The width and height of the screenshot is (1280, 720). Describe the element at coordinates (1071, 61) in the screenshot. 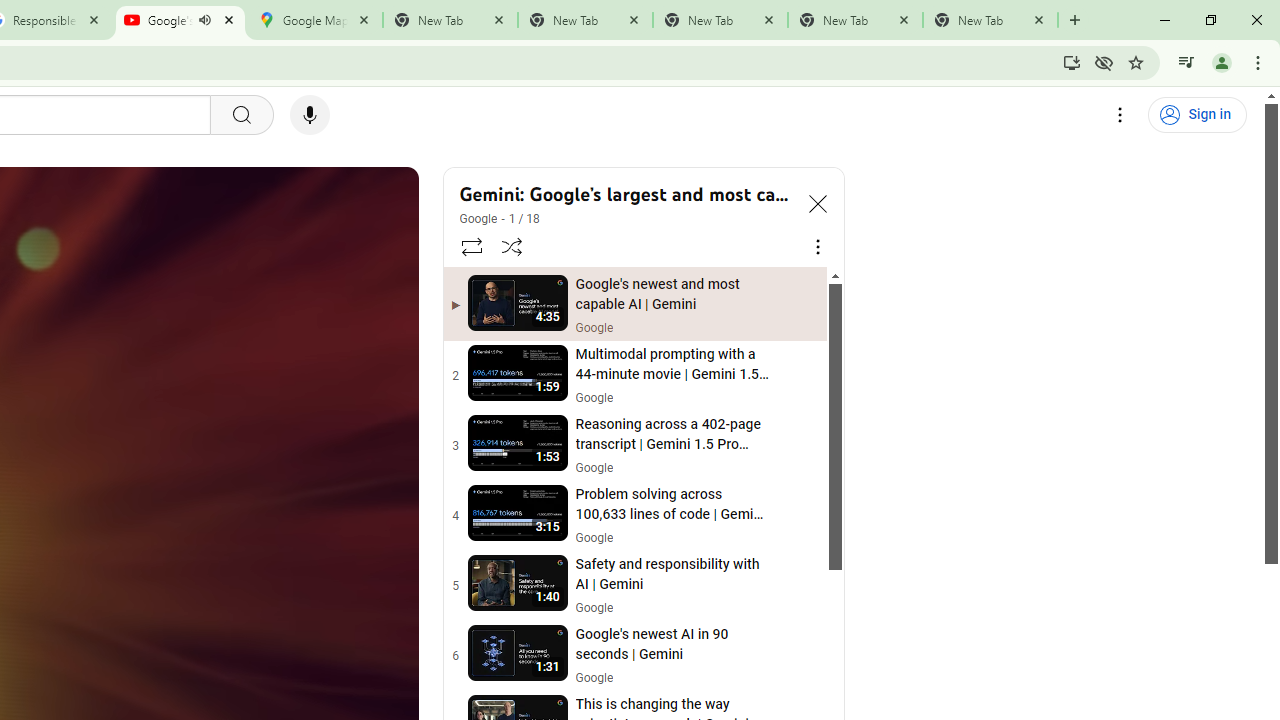

I see `'Install YouTube'` at that location.